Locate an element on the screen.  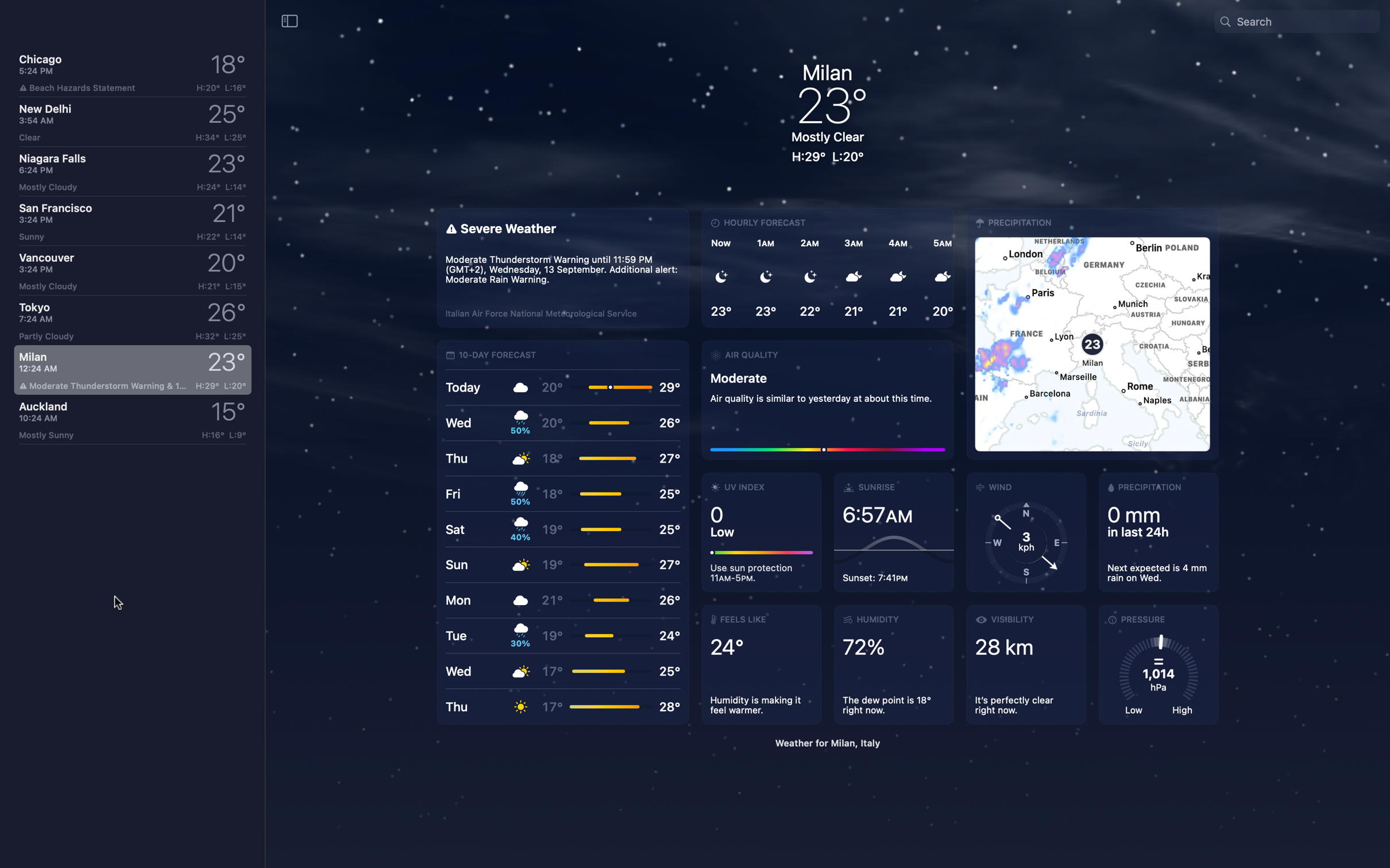
Search Temperature for "Paris France is located at coordinates (1305, 20).